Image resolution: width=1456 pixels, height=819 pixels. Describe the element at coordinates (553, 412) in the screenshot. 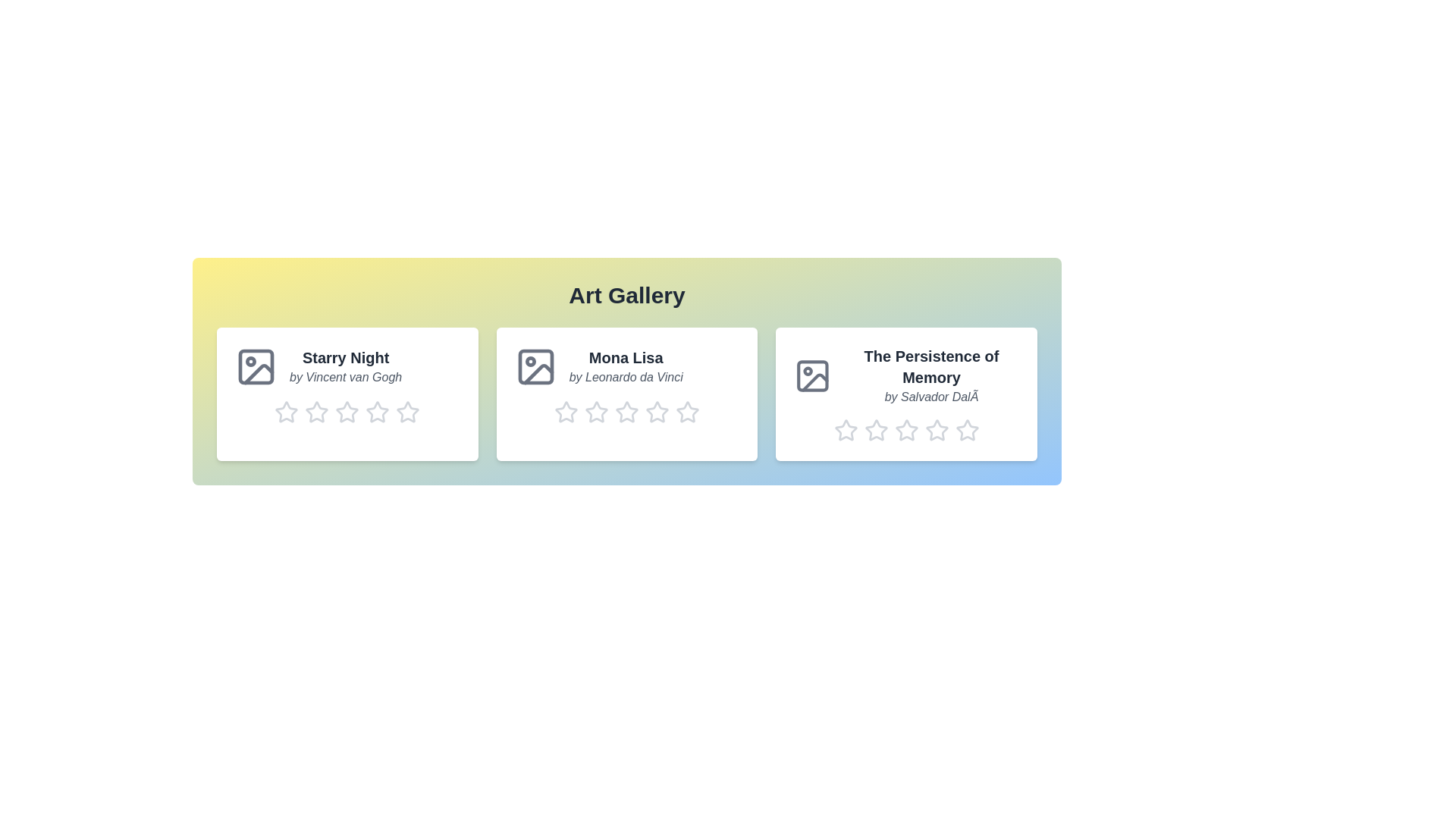

I see `the rating of artwork 2 to 1 stars` at that location.